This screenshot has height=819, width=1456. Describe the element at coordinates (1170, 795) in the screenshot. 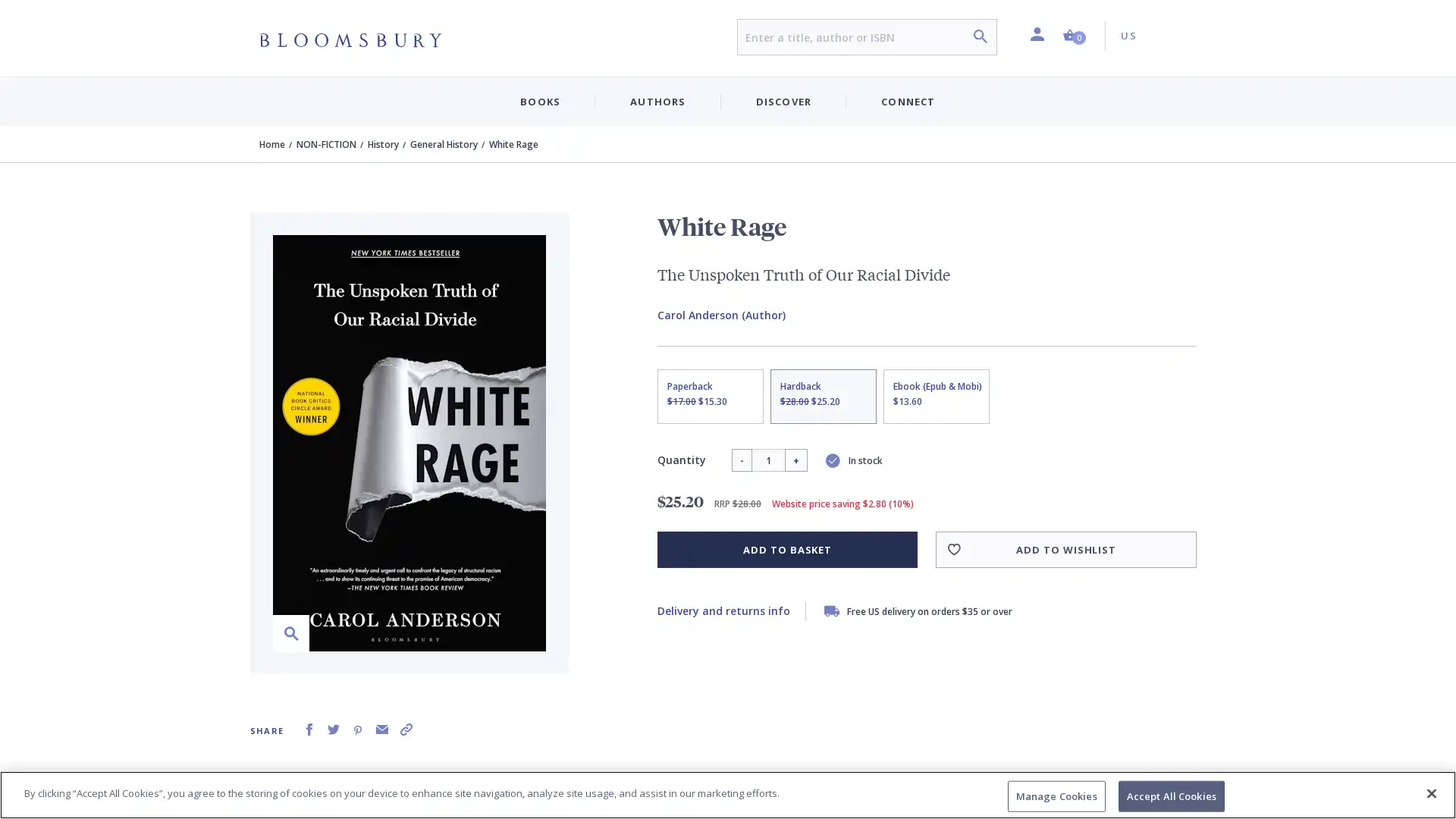

I see `Accept All Cookies` at that location.